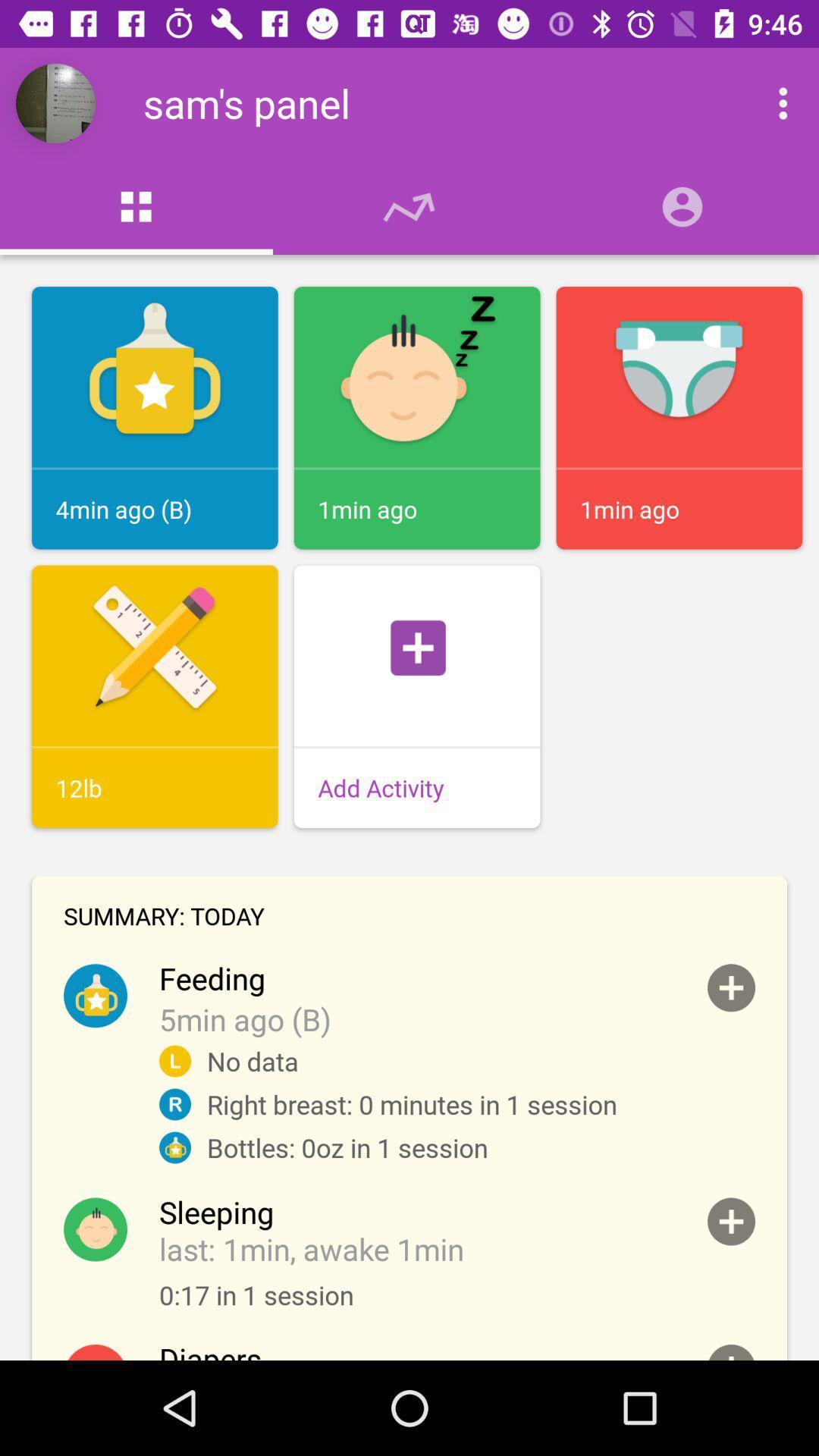 Image resolution: width=819 pixels, height=1456 pixels. Describe the element at coordinates (730, 1222) in the screenshot. I see `option` at that location.